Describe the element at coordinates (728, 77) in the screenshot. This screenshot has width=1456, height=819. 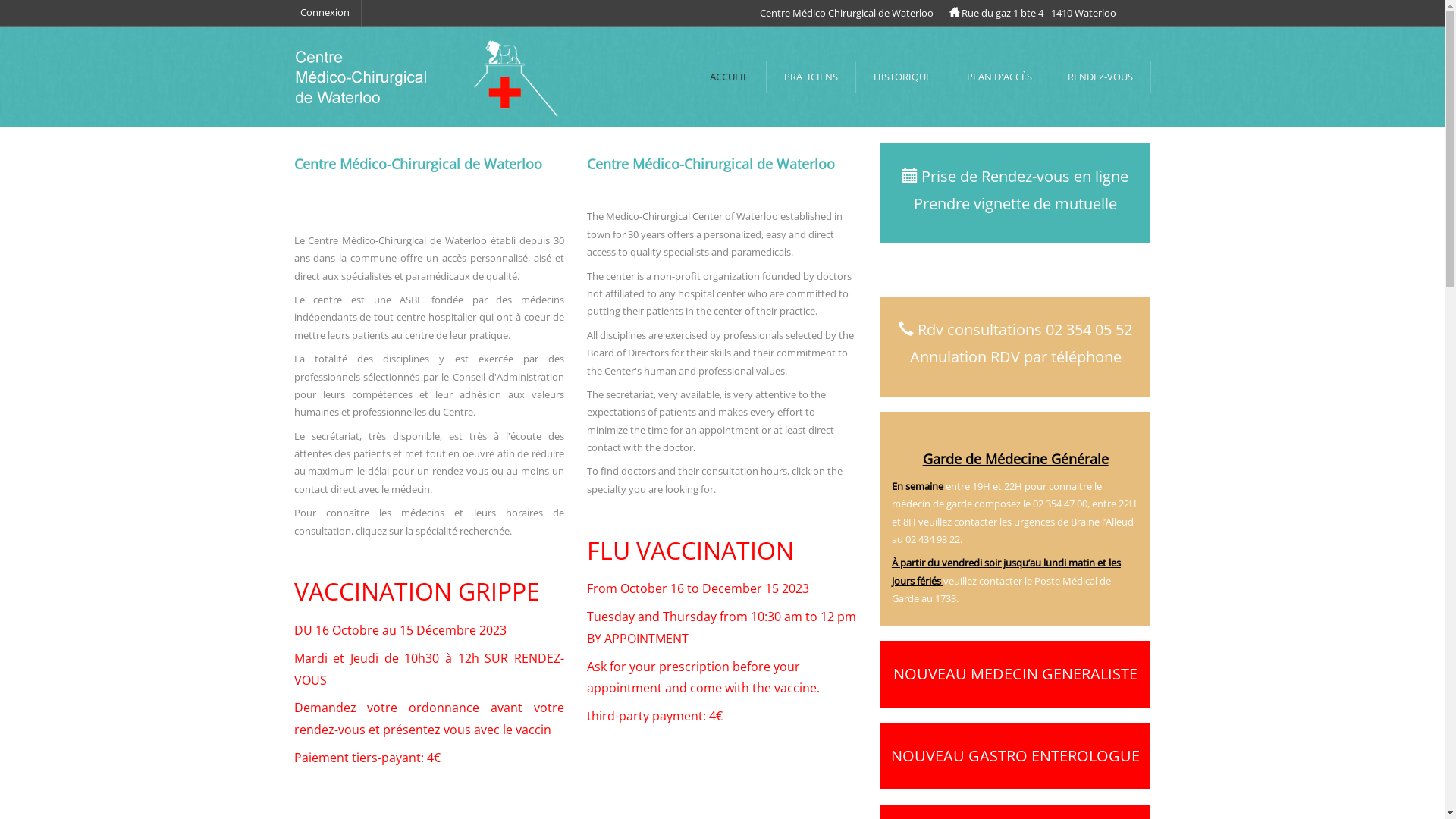
I see `'ACCUEIL'` at that location.